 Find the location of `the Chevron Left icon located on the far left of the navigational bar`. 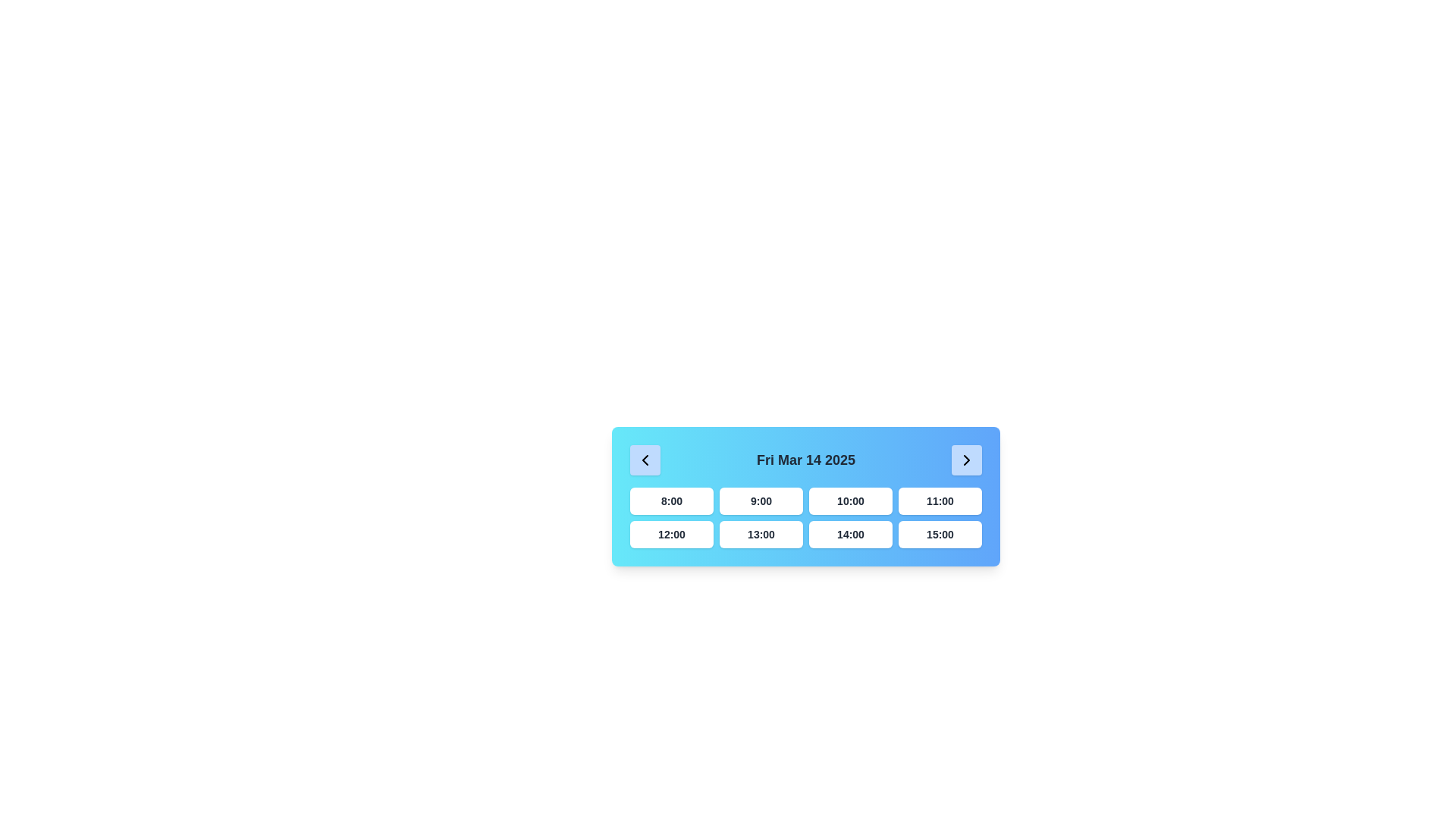

the Chevron Left icon located on the far left of the navigational bar is located at coordinates (645, 459).